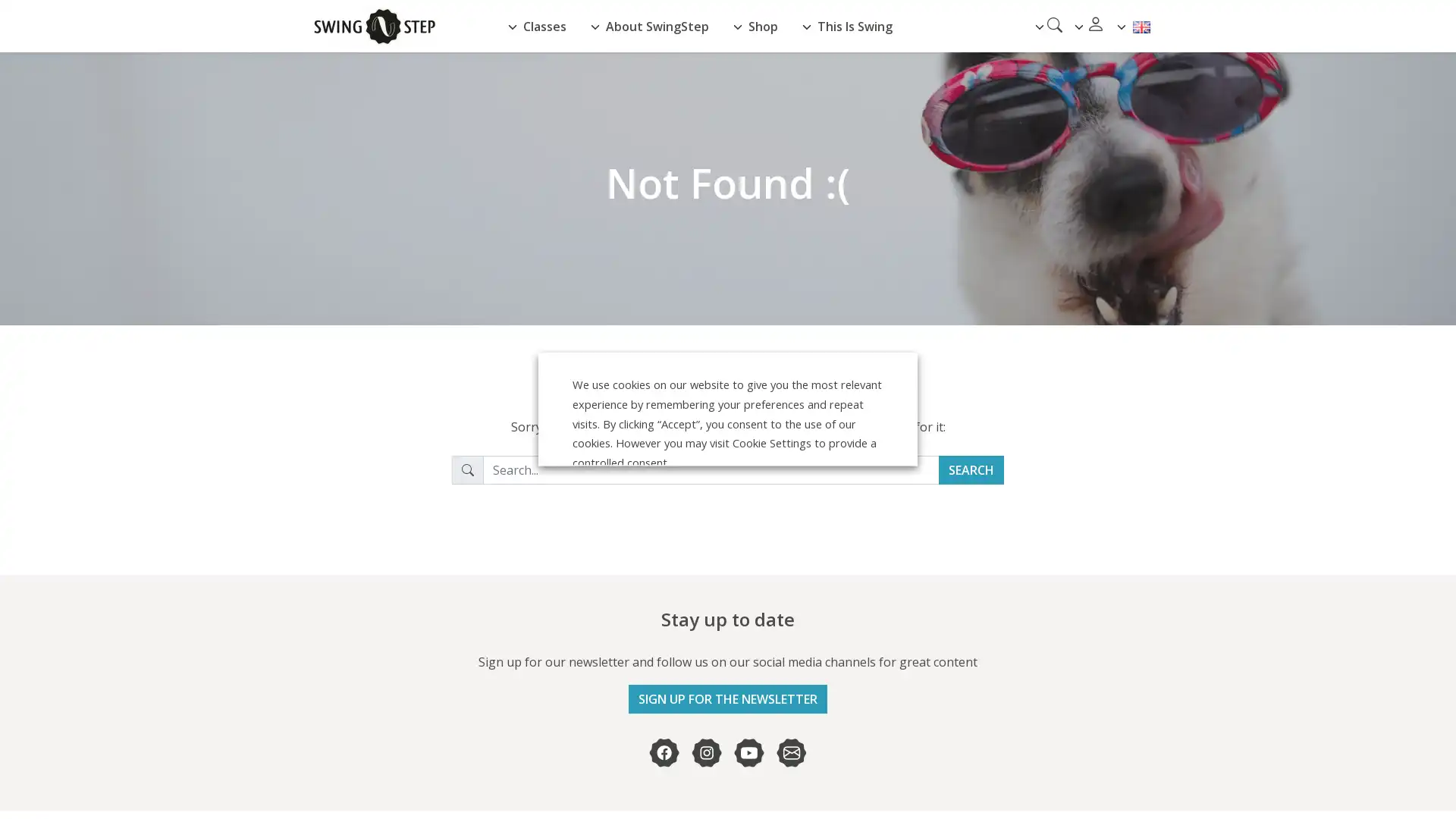  What do you see at coordinates (971, 469) in the screenshot?
I see `Search` at bounding box center [971, 469].